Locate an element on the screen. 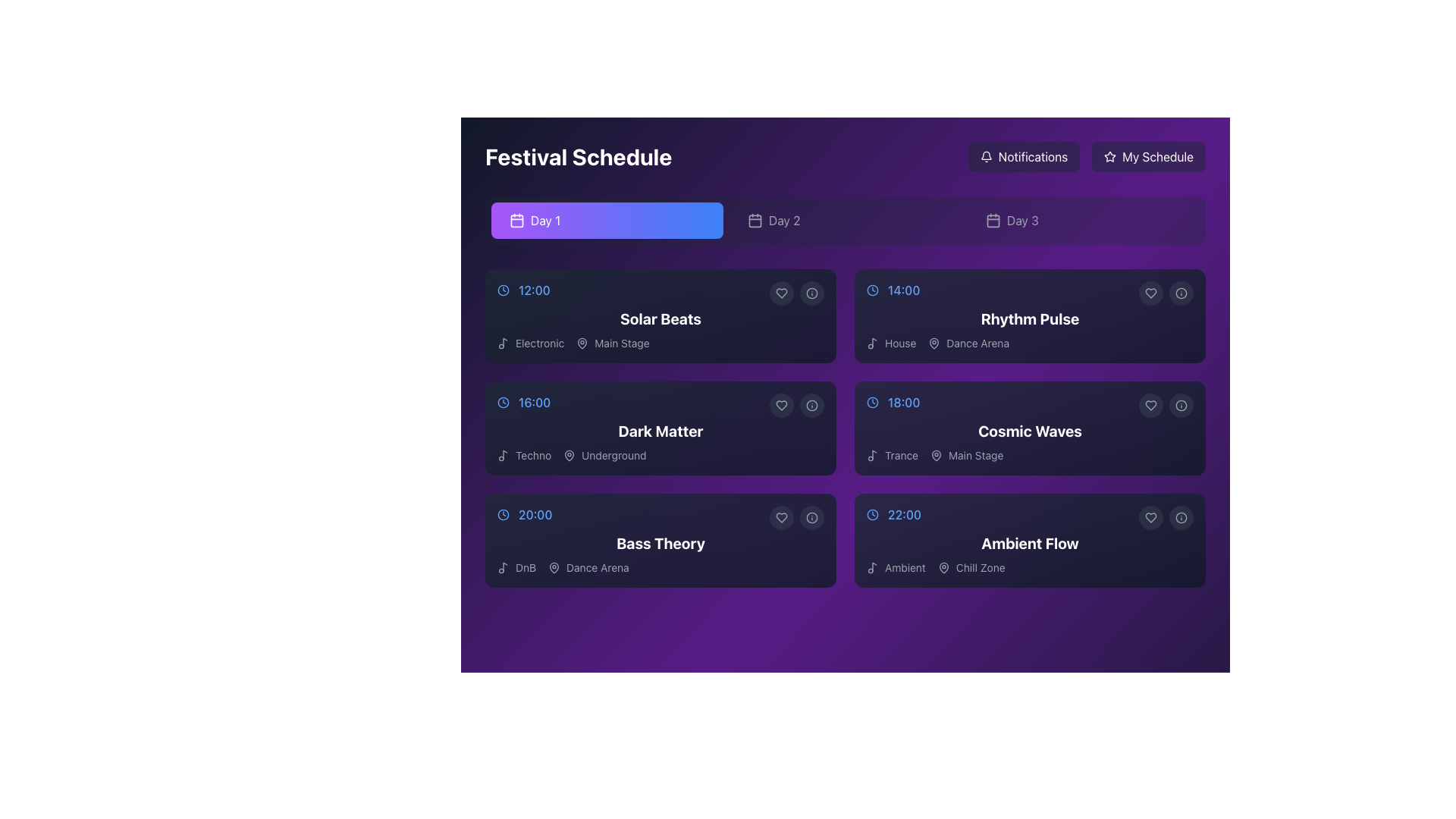 The image size is (1456, 819). static label indicating 'Day 2' within the button located in the horizontal navigation menu, positioned between 'Day 1' and 'Day 3' buttons is located at coordinates (784, 220).